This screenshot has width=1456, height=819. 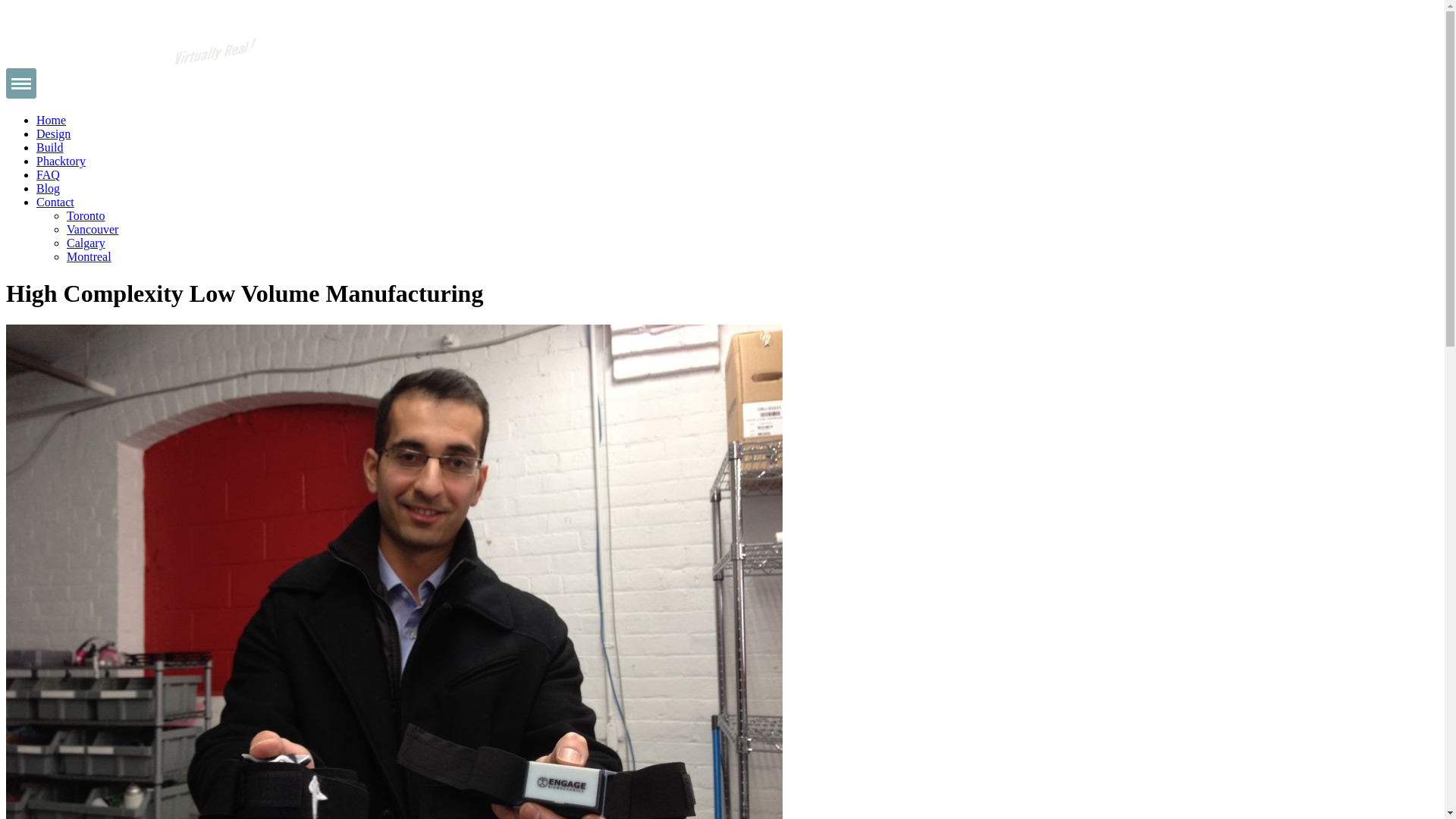 What do you see at coordinates (88, 256) in the screenshot?
I see `'Montreal'` at bounding box center [88, 256].